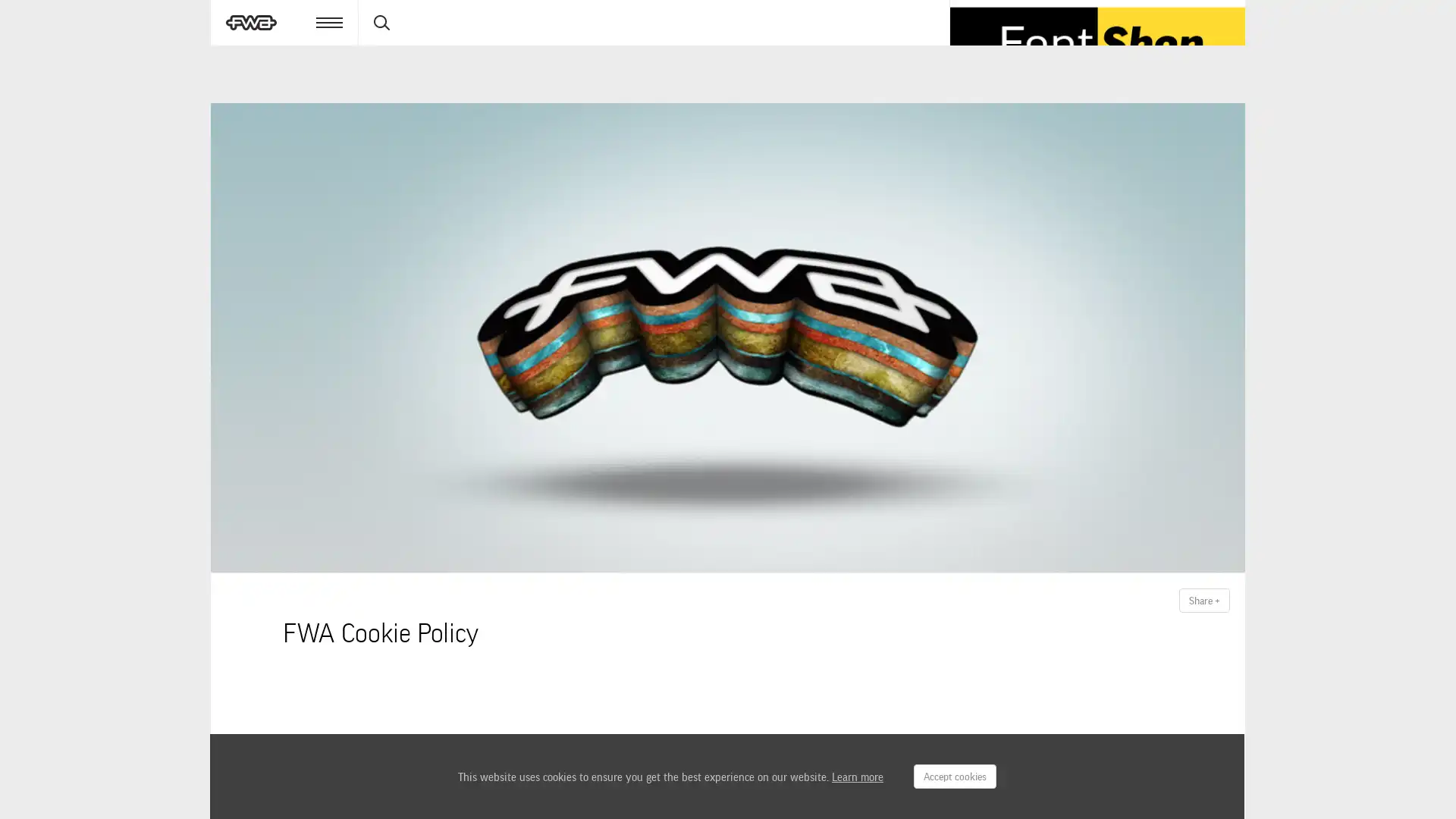 The image size is (1456, 819). What do you see at coordinates (1203, 601) in the screenshot?
I see `Share +` at bounding box center [1203, 601].